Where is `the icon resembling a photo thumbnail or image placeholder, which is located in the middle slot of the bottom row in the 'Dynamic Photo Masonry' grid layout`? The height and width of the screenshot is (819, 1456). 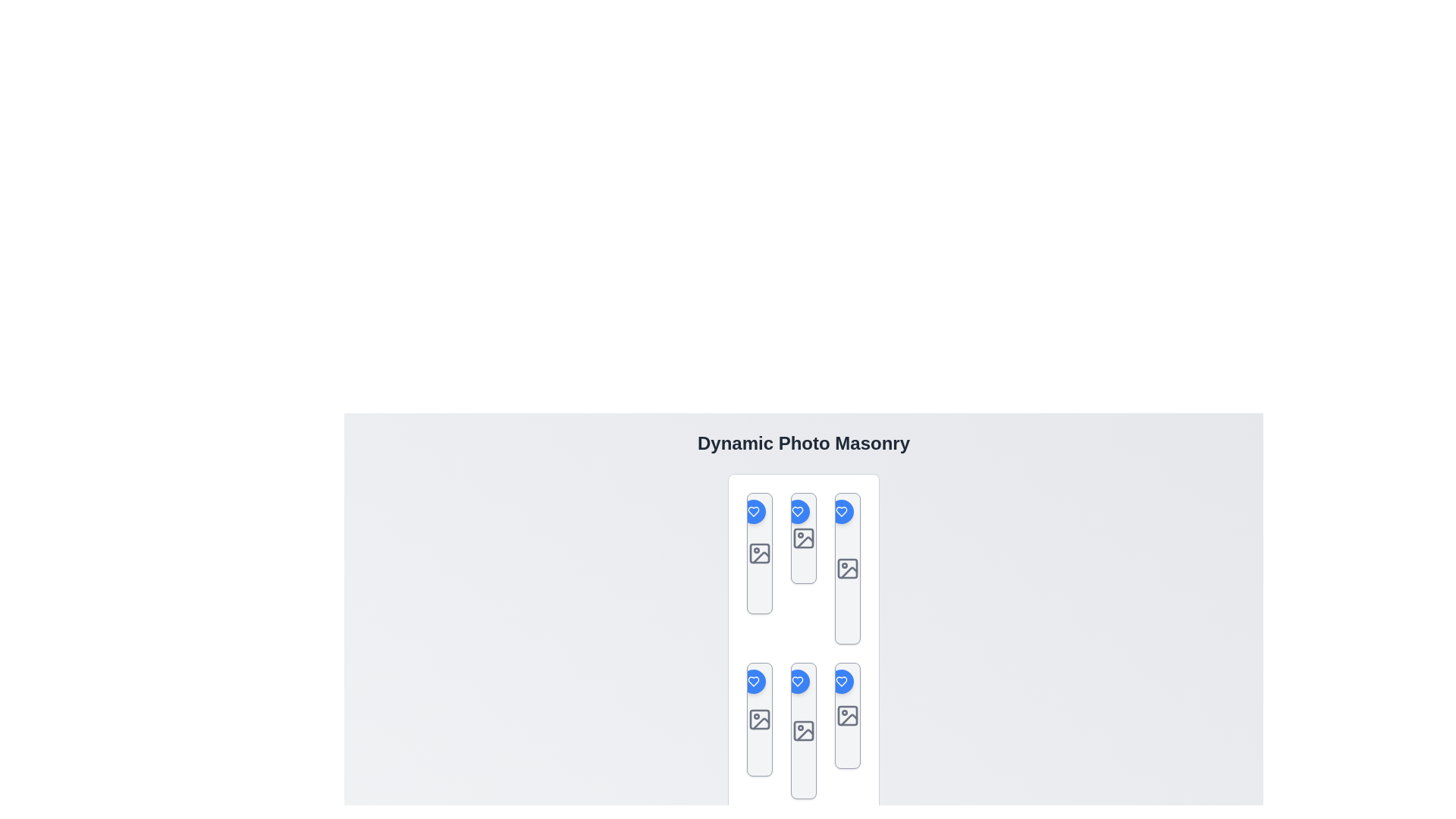 the icon resembling a photo thumbnail or image placeholder, which is located in the middle slot of the bottom row in the 'Dynamic Photo Masonry' grid layout is located at coordinates (803, 730).